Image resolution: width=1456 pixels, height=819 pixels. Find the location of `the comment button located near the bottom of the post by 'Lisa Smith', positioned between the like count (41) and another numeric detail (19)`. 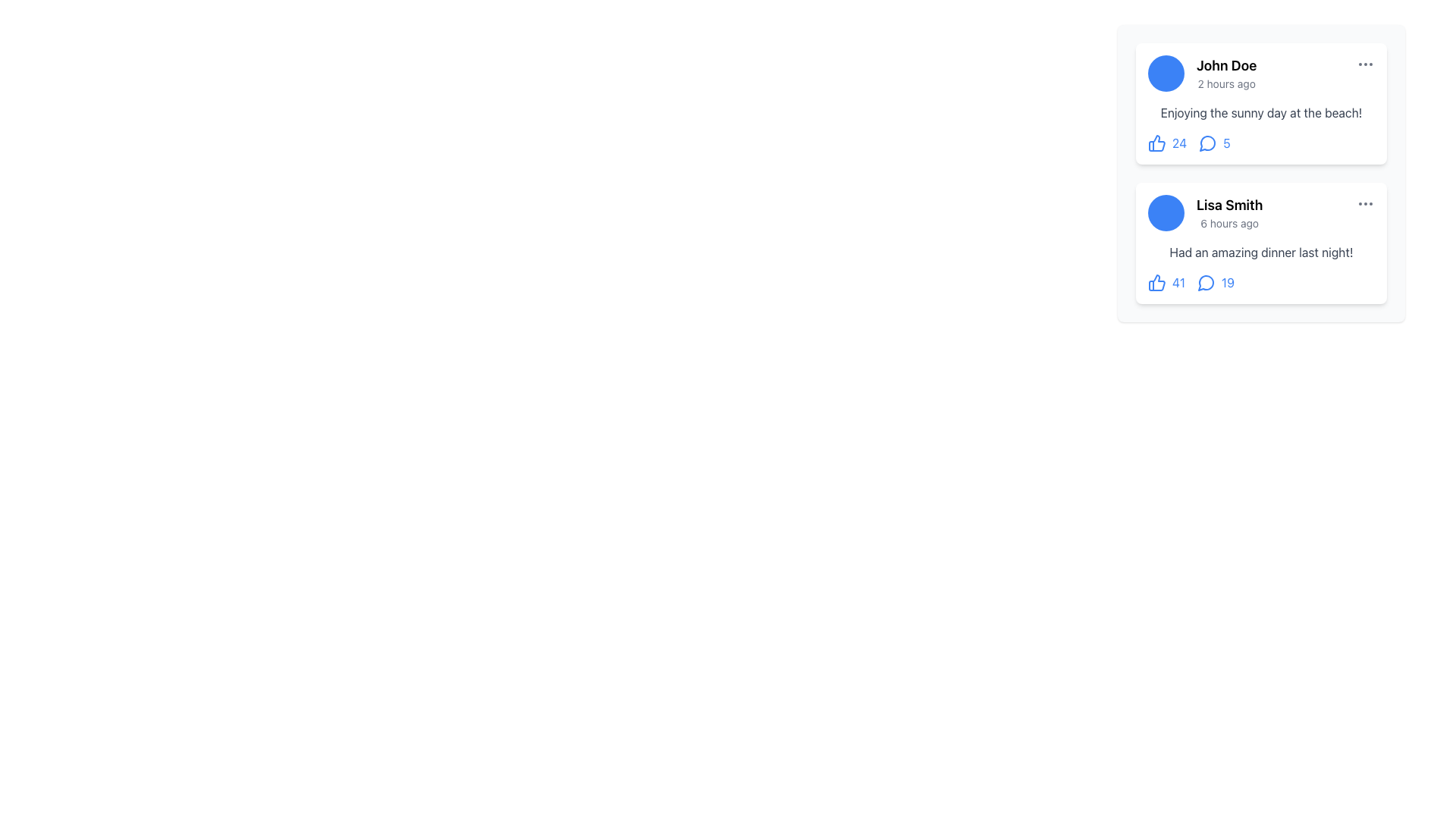

the comment button located near the bottom of the post by 'Lisa Smith', positioned between the like count (41) and another numeric detail (19) is located at coordinates (1204, 283).